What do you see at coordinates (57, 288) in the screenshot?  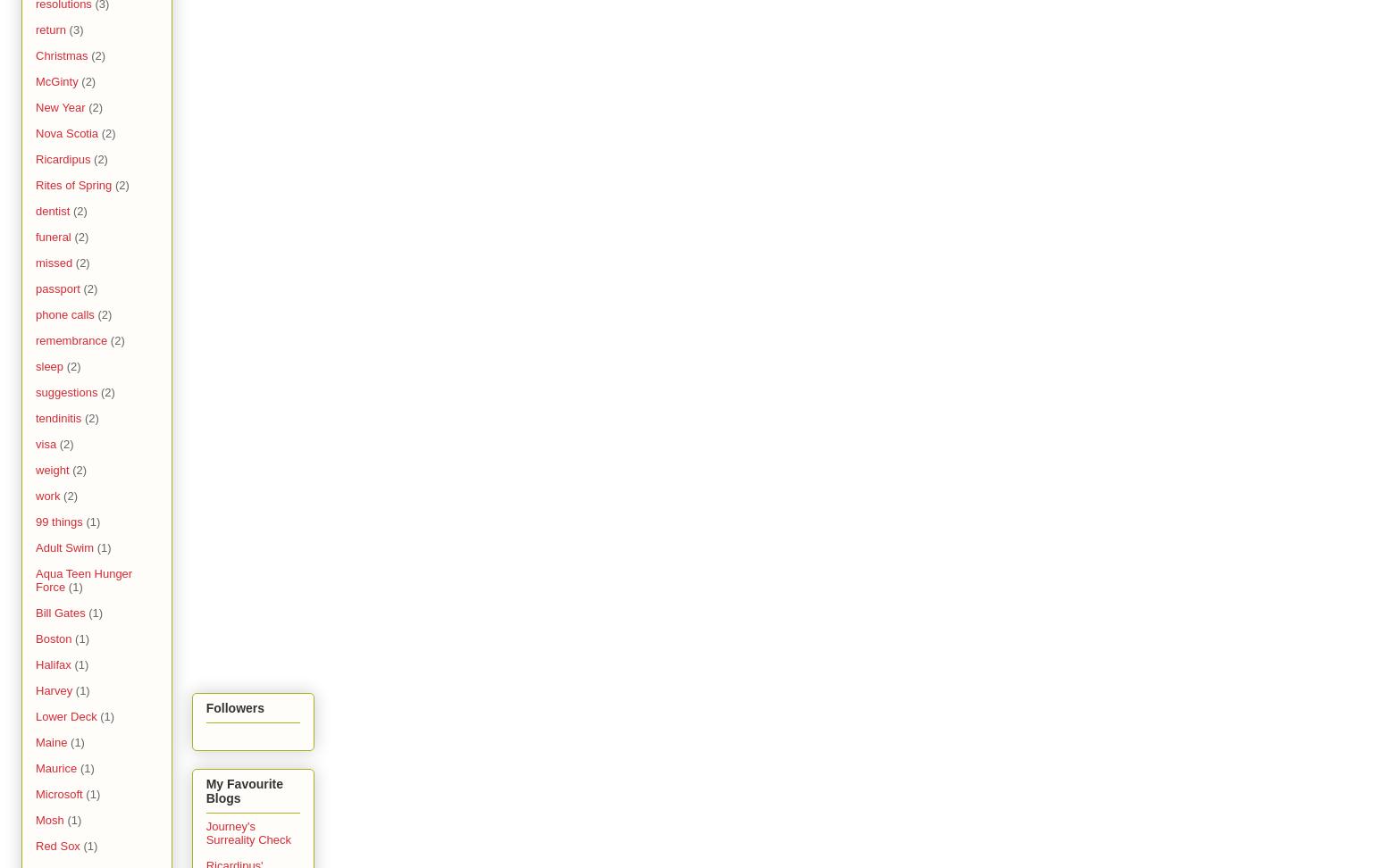 I see `'passport'` at bounding box center [57, 288].